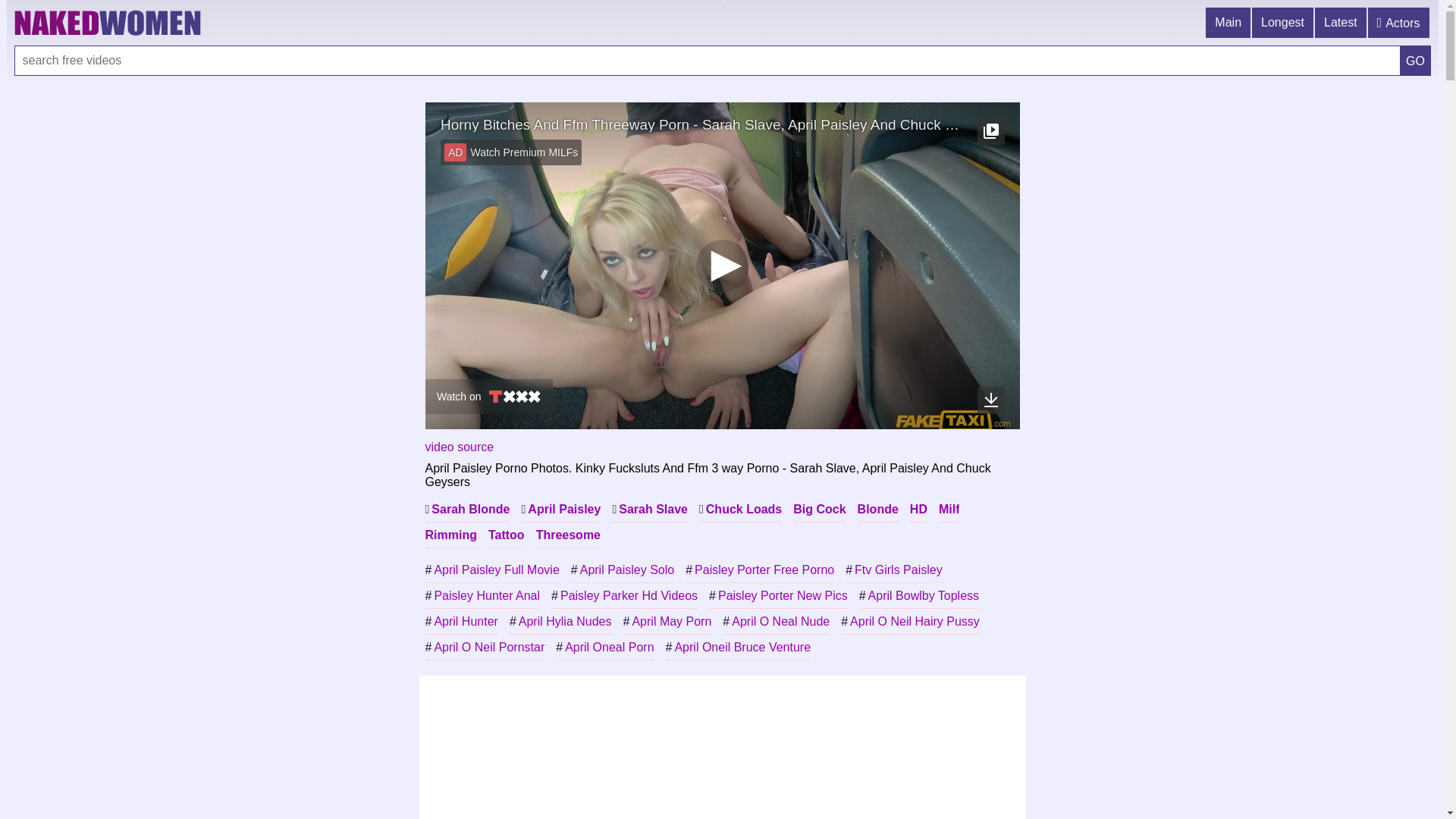 The width and height of the screenshot is (1456, 819). What do you see at coordinates (776, 622) in the screenshot?
I see `'April O Neal Nude'` at bounding box center [776, 622].